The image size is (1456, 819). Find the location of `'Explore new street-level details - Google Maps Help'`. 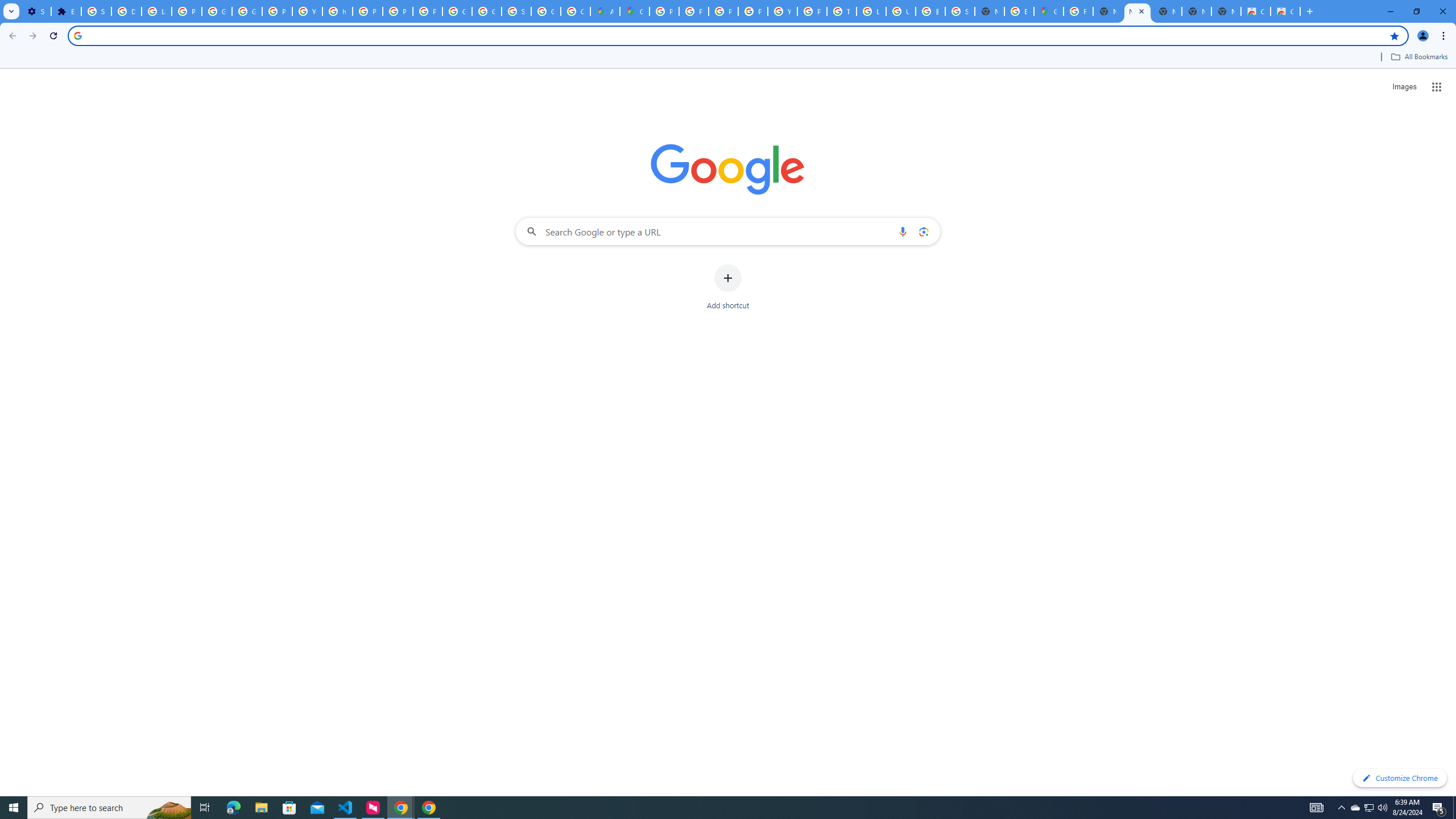

'Explore new street-level details - Google Maps Help' is located at coordinates (1019, 11).